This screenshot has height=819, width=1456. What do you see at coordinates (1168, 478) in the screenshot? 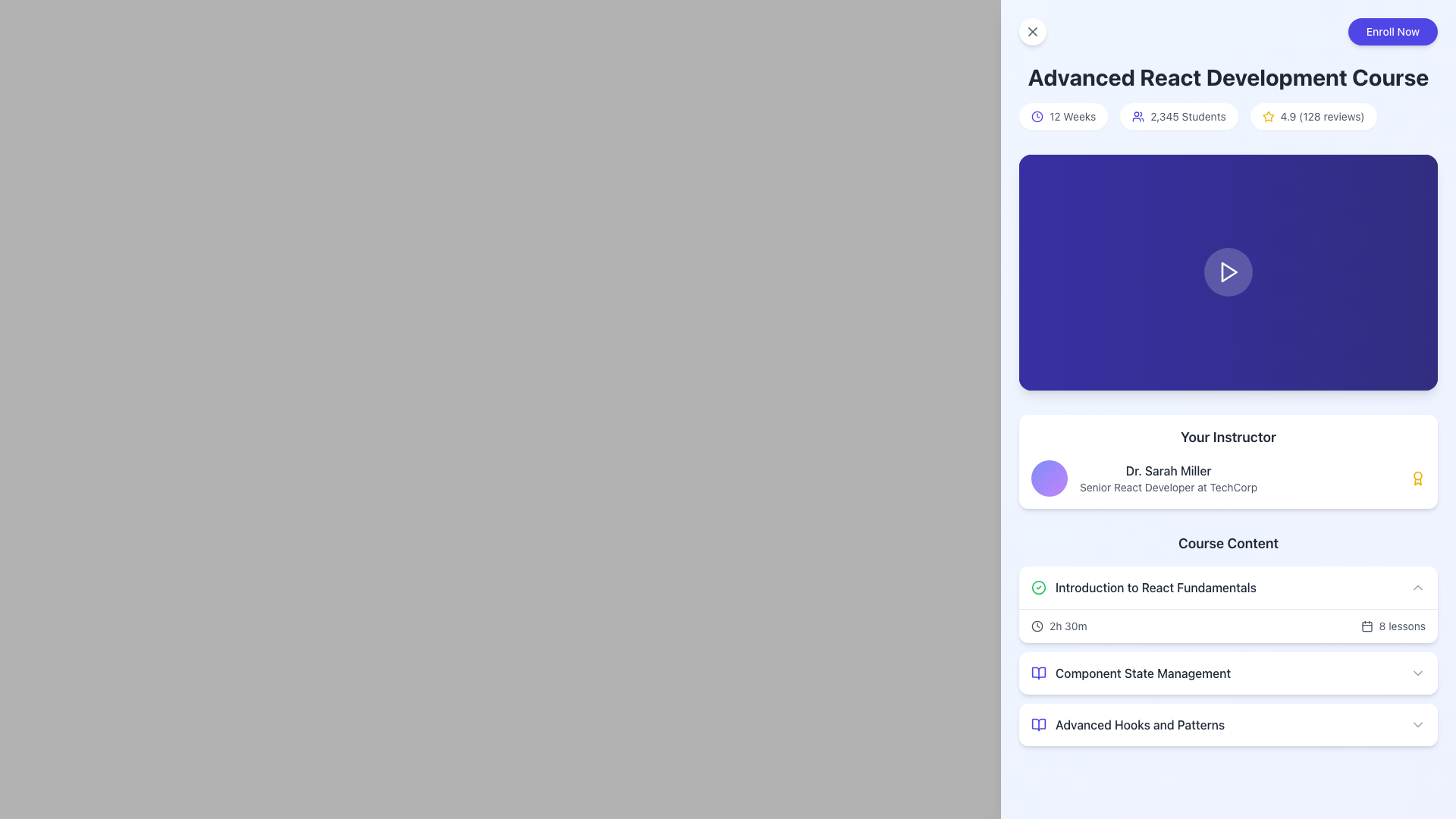
I see `the text label displaying the instructor's name and professional title in the 'Your Instructor' subsection of the UI` at bounding box center [1168, 478].